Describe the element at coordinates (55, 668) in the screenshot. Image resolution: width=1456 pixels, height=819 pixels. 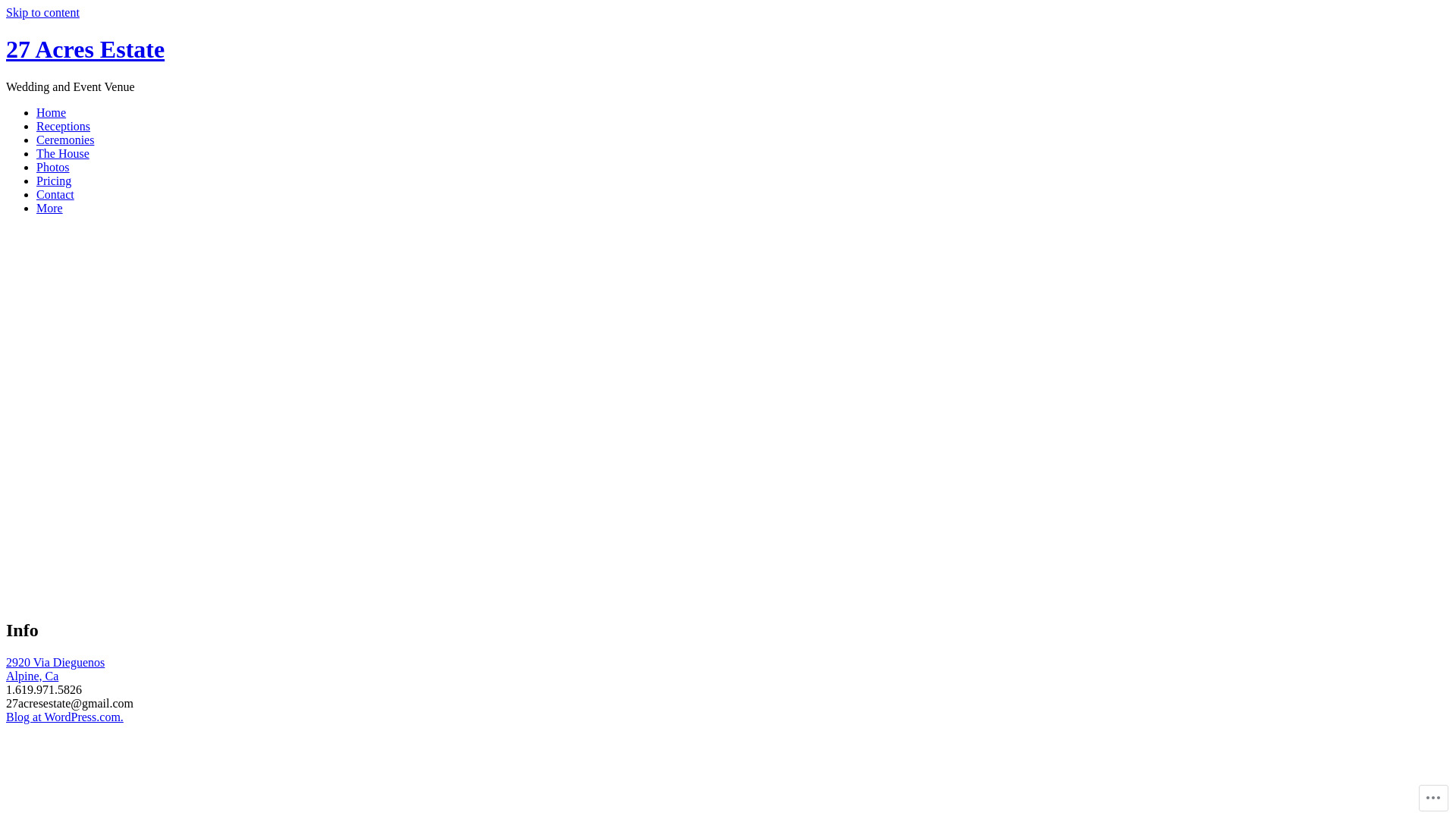
I see `'2920 Via Dieguenos` at that location.